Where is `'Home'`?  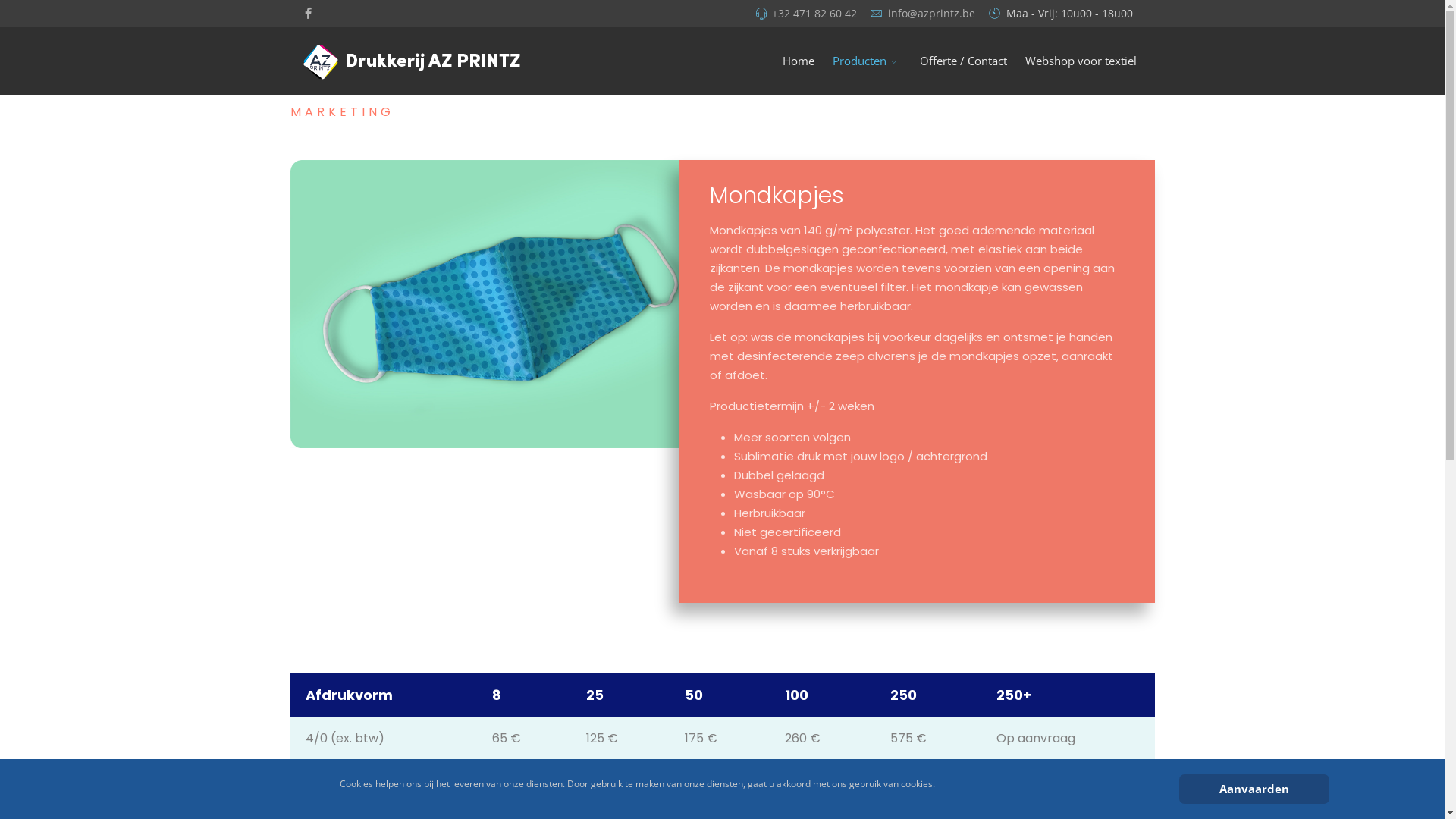 'Home' is located at coordinates (773, 60).